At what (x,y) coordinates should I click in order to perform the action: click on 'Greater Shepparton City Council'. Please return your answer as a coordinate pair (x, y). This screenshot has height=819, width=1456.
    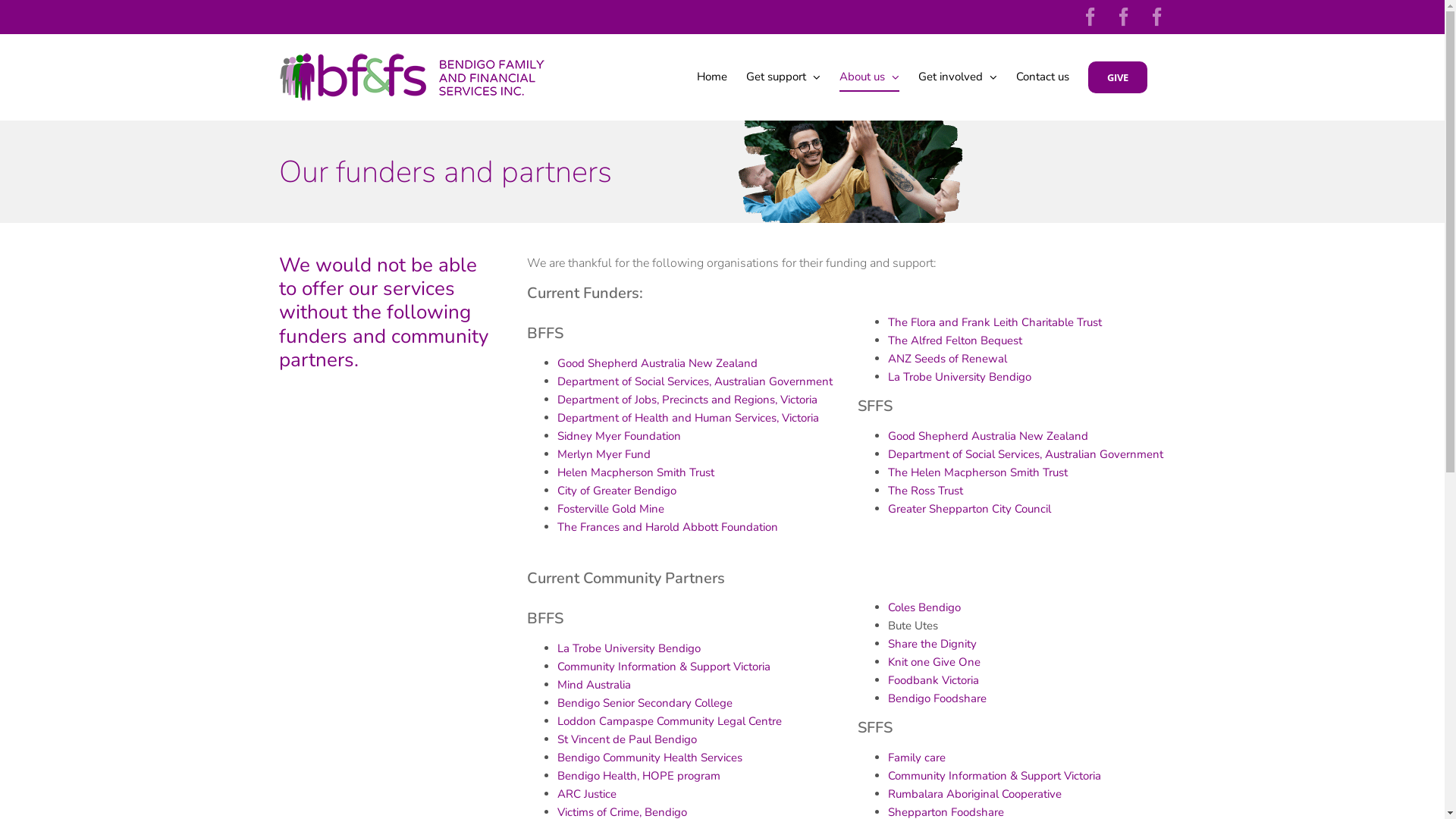
    Looking at the image, I should click on (968, 509).